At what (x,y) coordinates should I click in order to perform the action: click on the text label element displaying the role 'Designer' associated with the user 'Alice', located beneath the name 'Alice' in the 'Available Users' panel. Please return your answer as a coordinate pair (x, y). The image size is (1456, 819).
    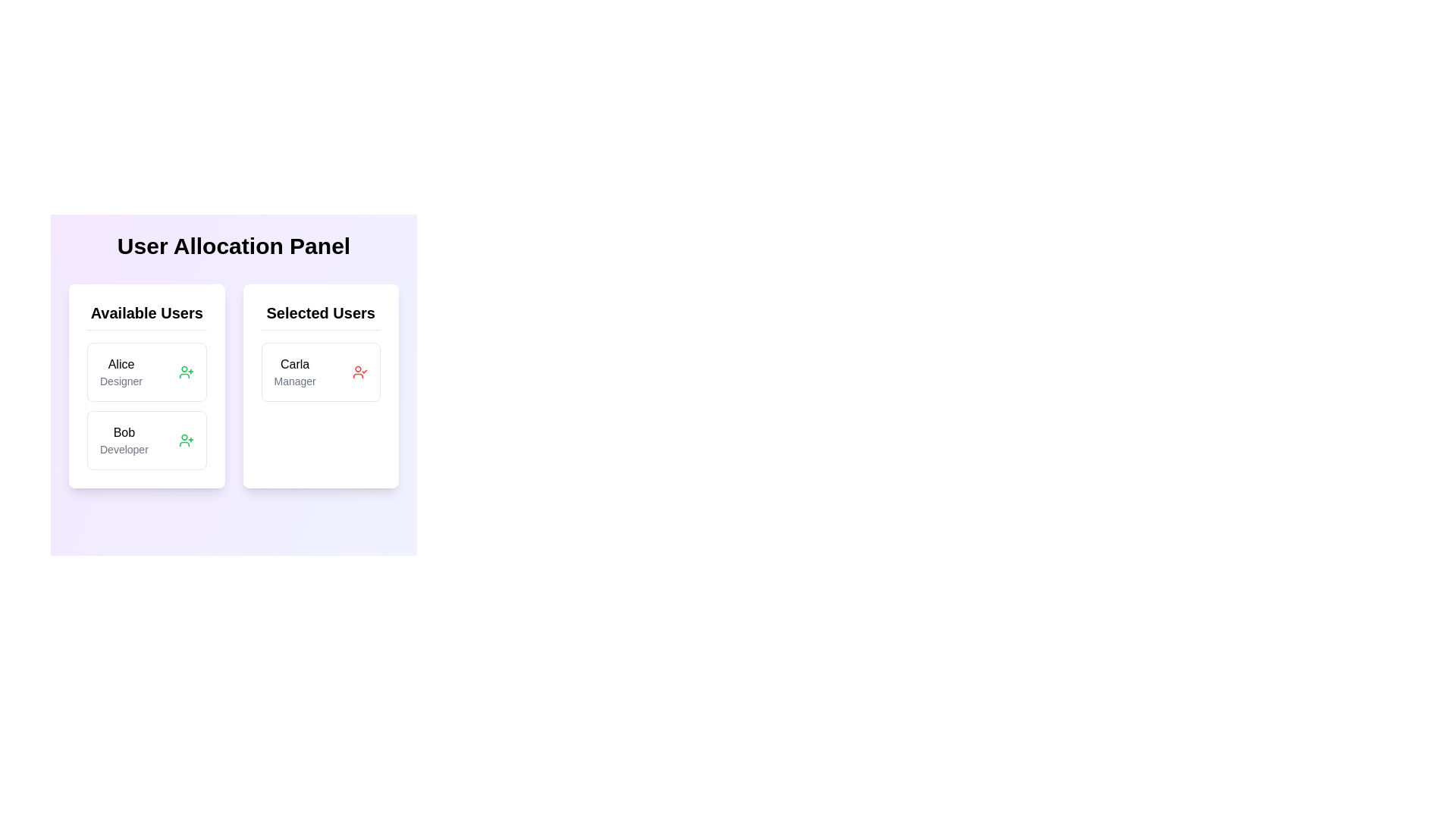
    Looking at the image, I should click on (120, 380).